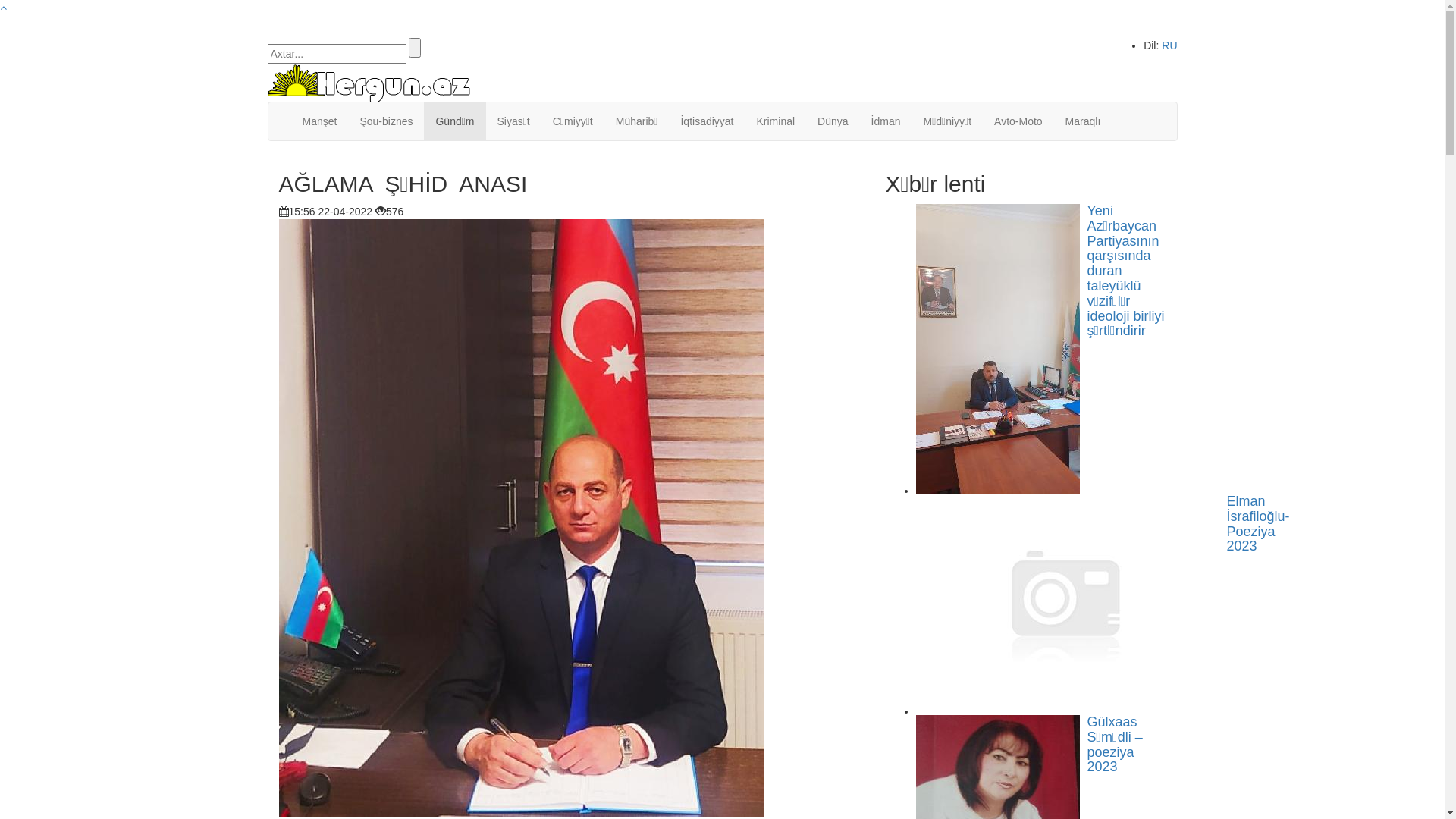 The height and width of the screenshot is (819, 1456). Describe the element at coordinates (1168, 45) in the screenshot. I see `'RU'` at that location.